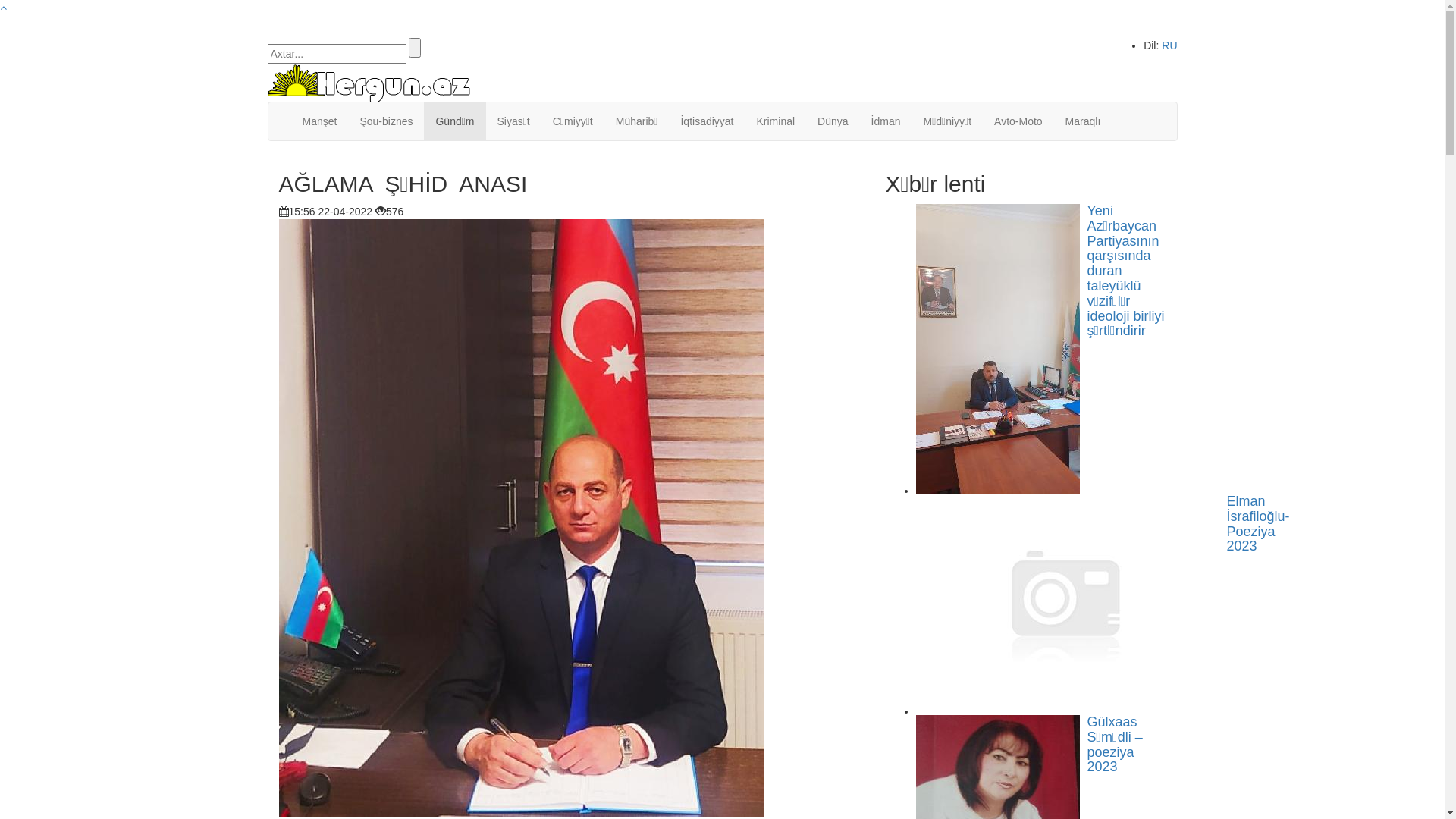 The height and width of the screenshot is (819, 1456). Describe the element at coordinates (1168, 45) in the screenshot. I see `'RU'` at that location.